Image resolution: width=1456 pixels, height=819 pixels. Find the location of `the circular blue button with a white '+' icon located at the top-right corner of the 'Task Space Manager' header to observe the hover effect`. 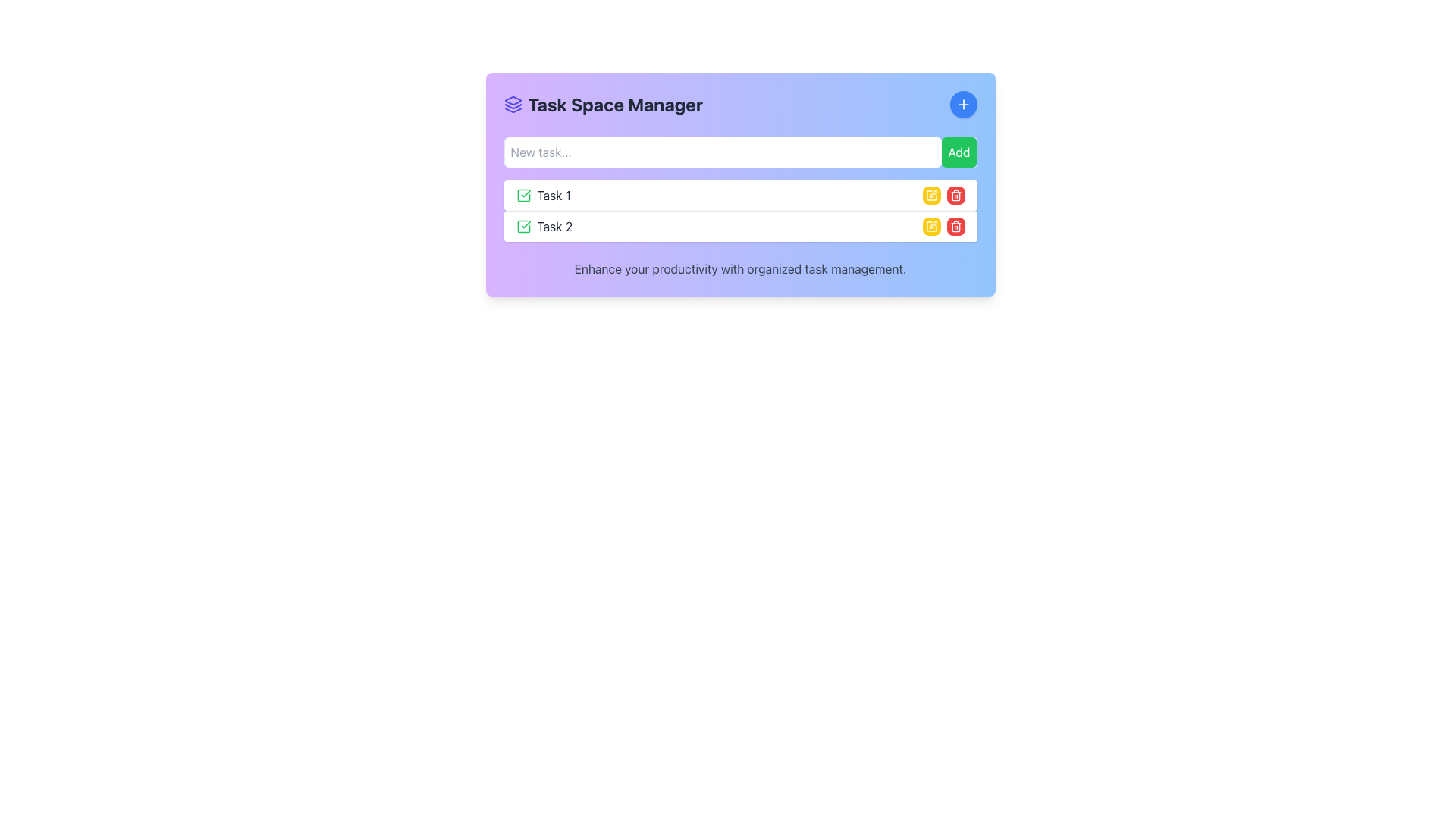

the circular blue button with a white '+' icon located at the top-right corner of the 'Task Space Manager' header to observe the hover effect is located at coordinates (962, 104).